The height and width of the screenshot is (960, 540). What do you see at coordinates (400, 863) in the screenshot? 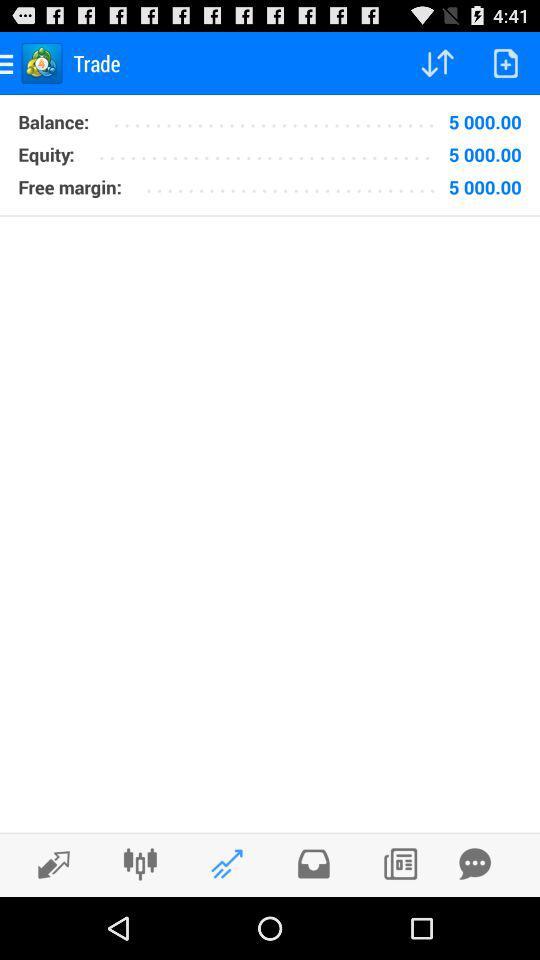
I see `the icon which is right to the message icon` at bounding box center [400, 863].